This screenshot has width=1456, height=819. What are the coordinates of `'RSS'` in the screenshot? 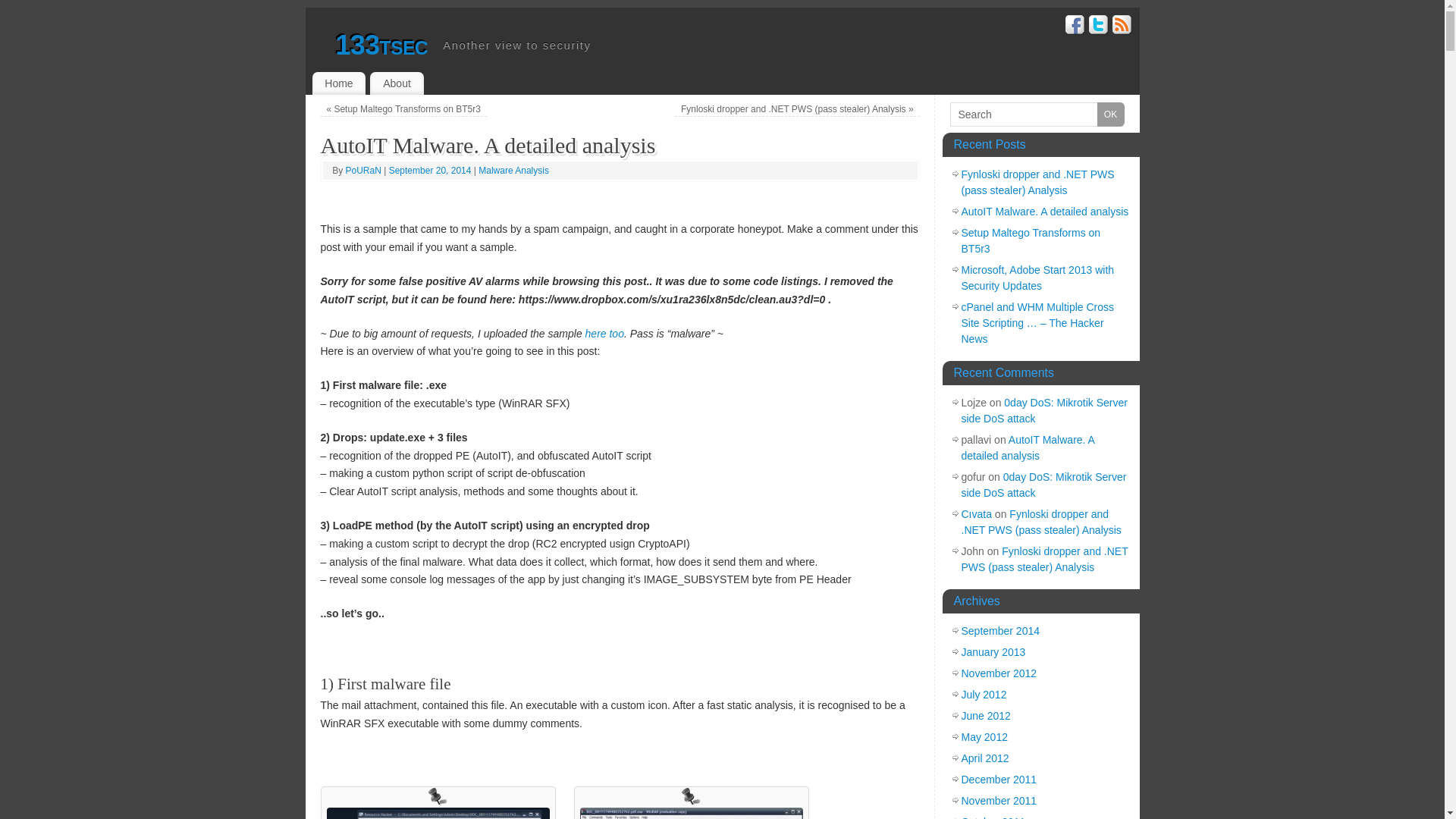 It's located at (1121, 27).